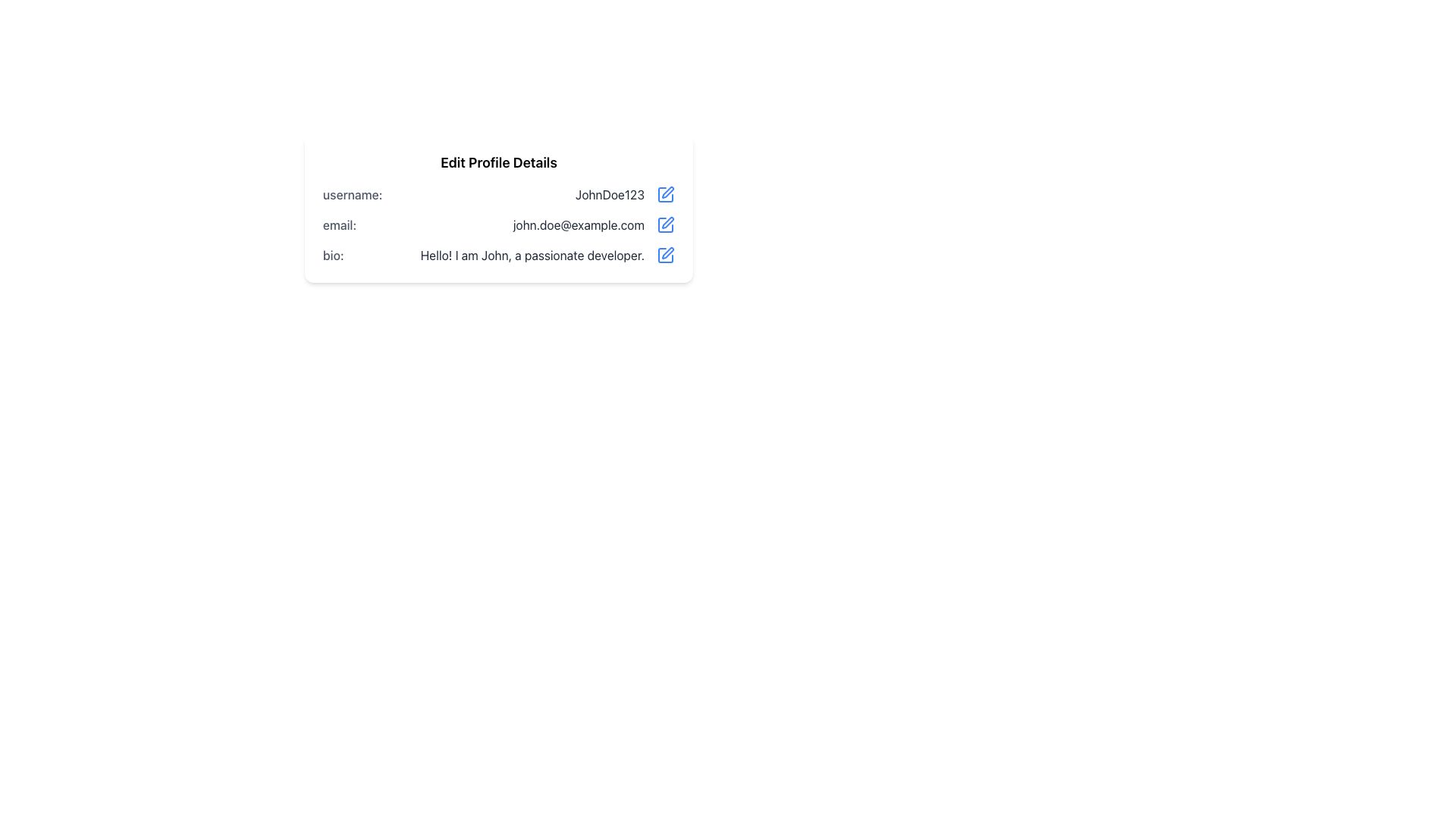 The width and height of the screenshot is (1456, 819). Describe the element at coordinates (578, 225) in the screenshot. I see `the static text displaying the user's email address located in the 'email' row of the 'Edit Profile Details' section, adjacent to the label 'email:'` at that location.